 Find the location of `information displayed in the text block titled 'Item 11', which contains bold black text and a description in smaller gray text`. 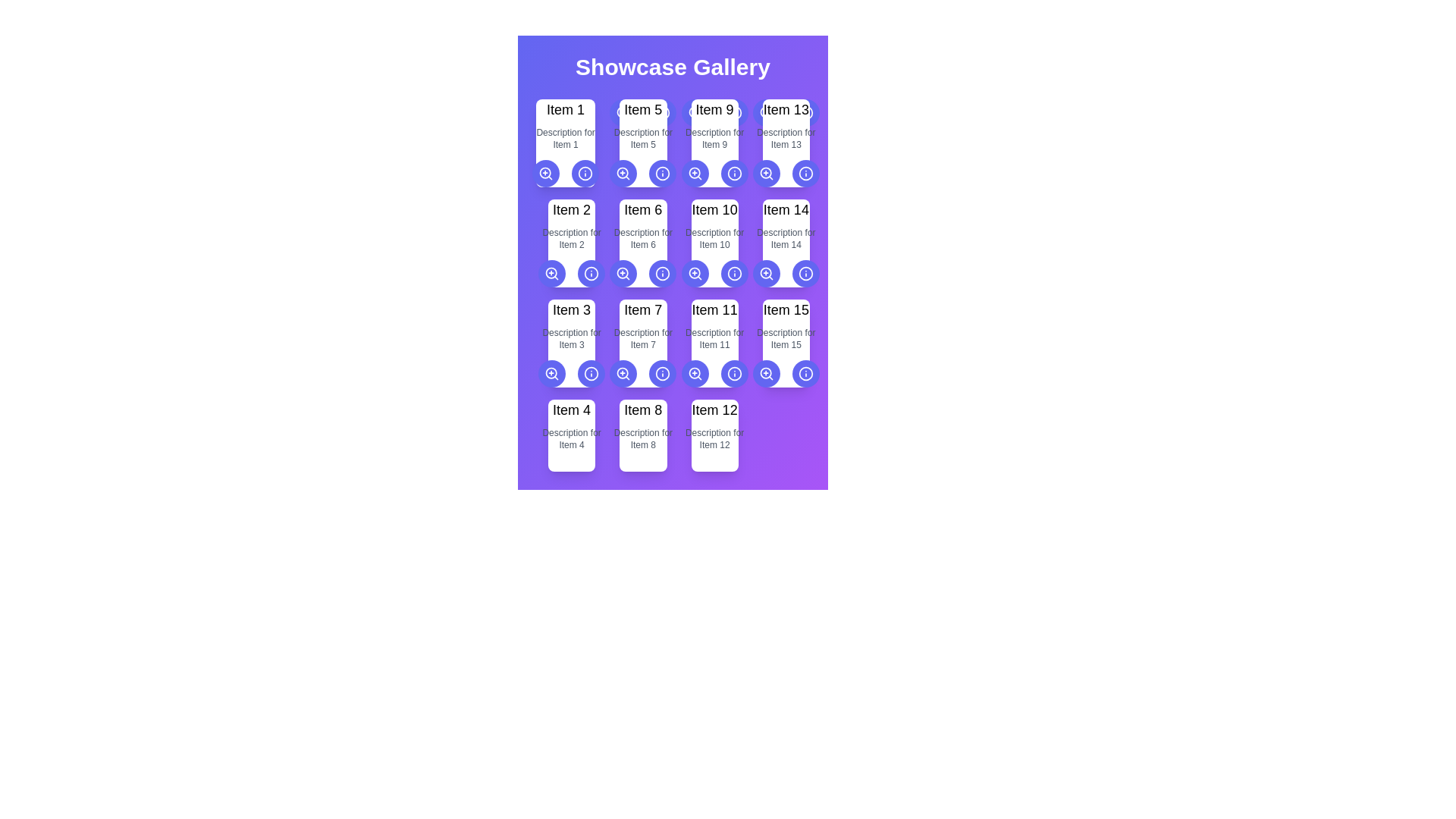

information displayed in the text block titled 'Item 11', which contains bold black text and a description in smaller gray text is located at coordinates (714, 343).